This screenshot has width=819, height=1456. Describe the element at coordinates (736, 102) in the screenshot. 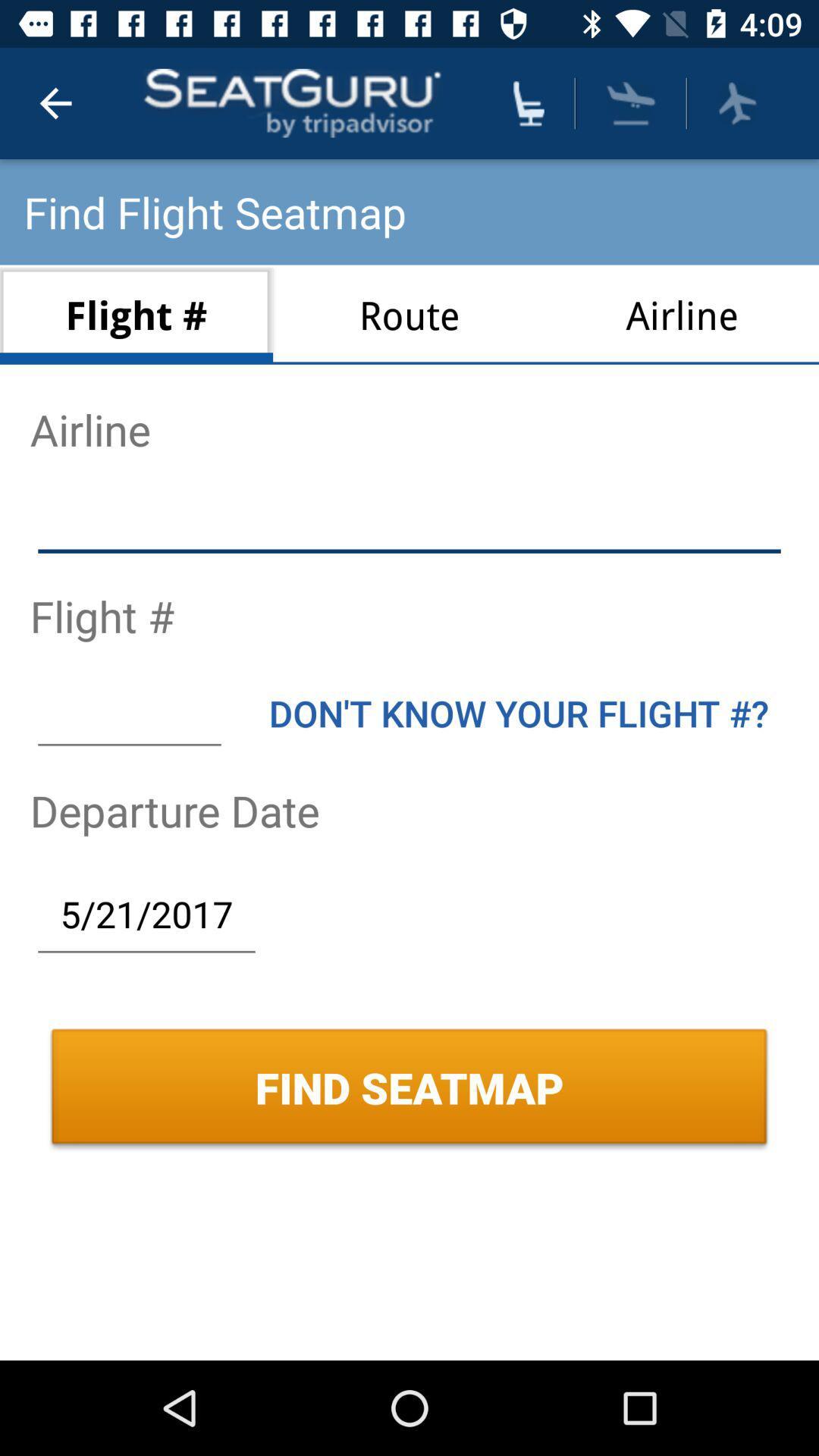

I see `pick airline` at that location.